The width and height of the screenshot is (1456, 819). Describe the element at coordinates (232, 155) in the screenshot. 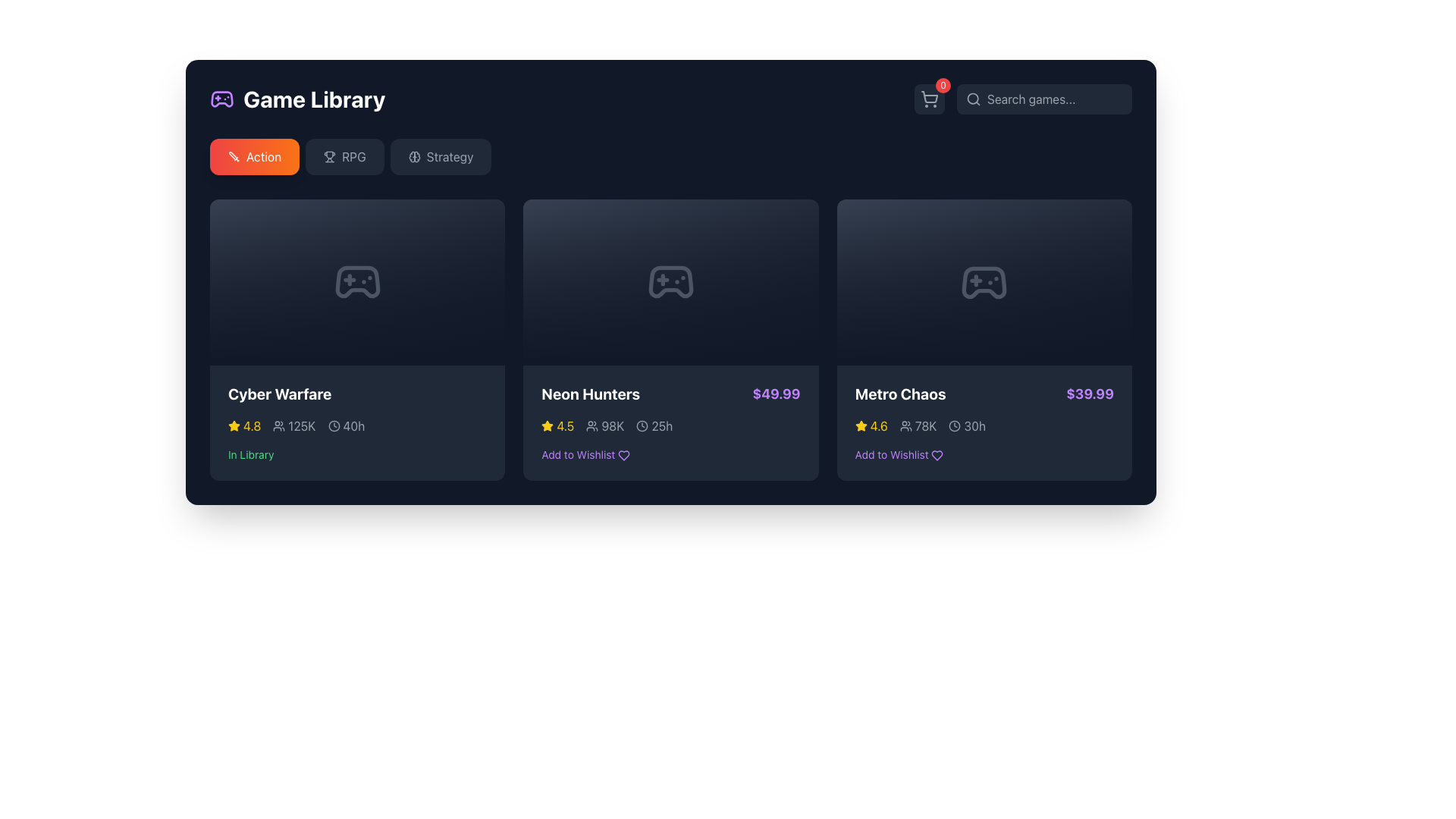

I see `the sword icon element located within the 'Action' button in the top-left section of the interface` at that location.